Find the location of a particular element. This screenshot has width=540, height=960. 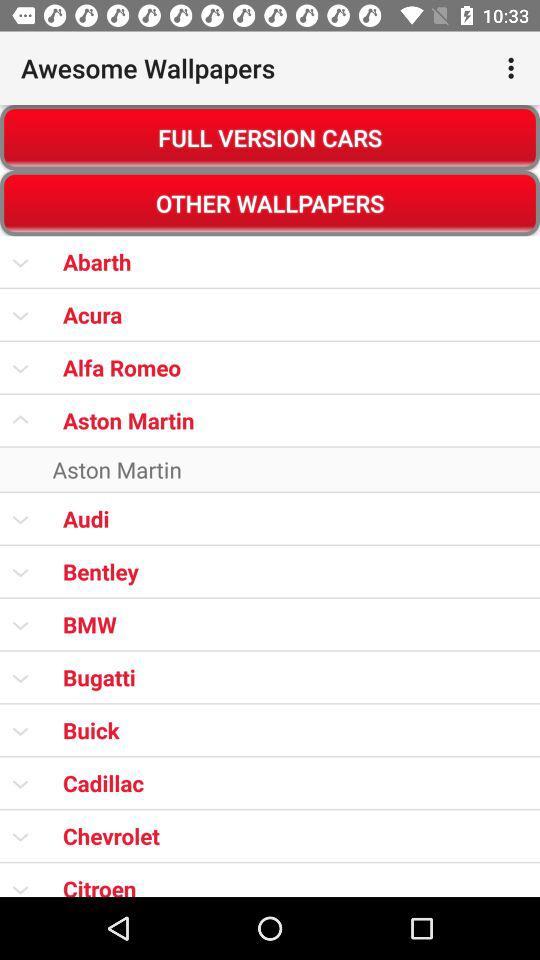

other wallpapers is located at coordinates (270, 203).